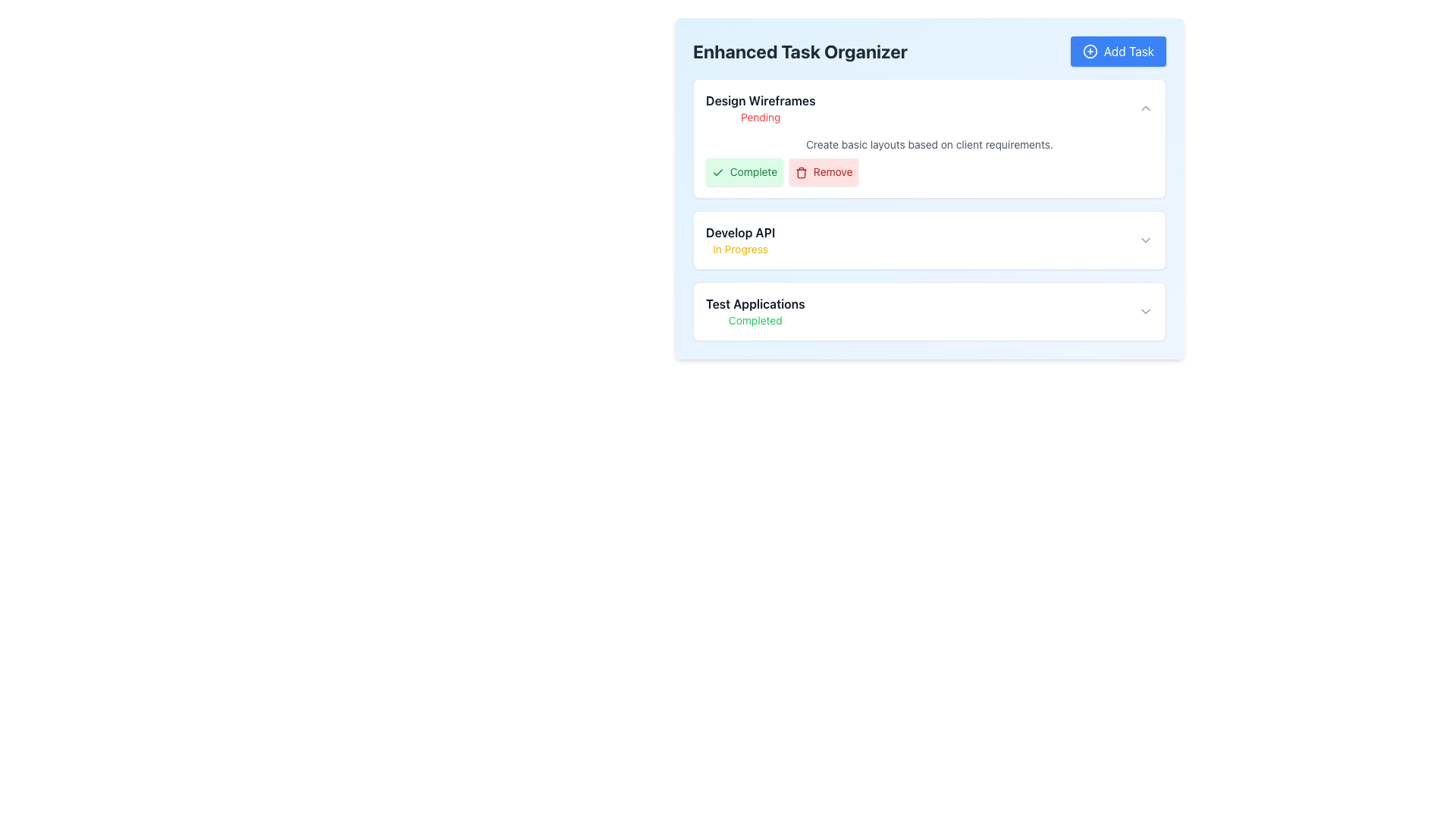  Describe the element at coordinates (823, 171) in the screenshot. I see `the 'remove' button located to the right of the 'Complete' button in the 'Design Wireframes' task card` at that location.